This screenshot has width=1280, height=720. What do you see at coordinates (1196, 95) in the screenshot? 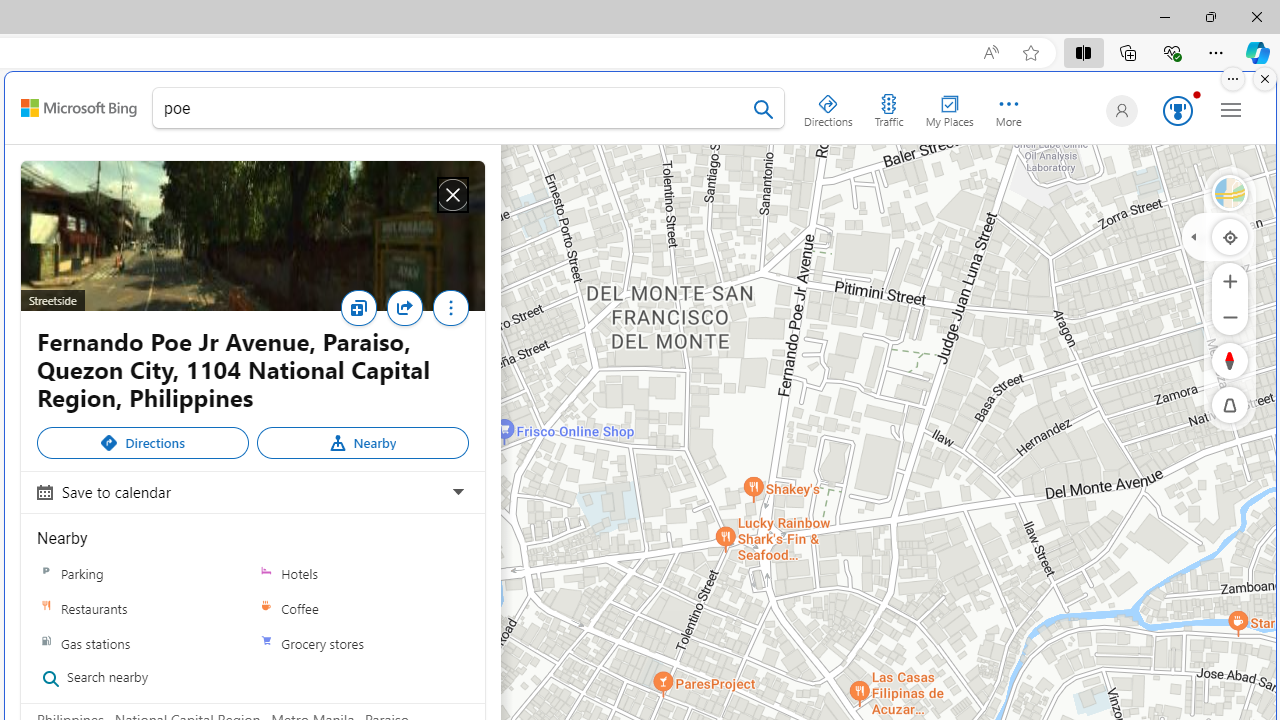
I see `'Animation'` at bounding box center [1196, 95].